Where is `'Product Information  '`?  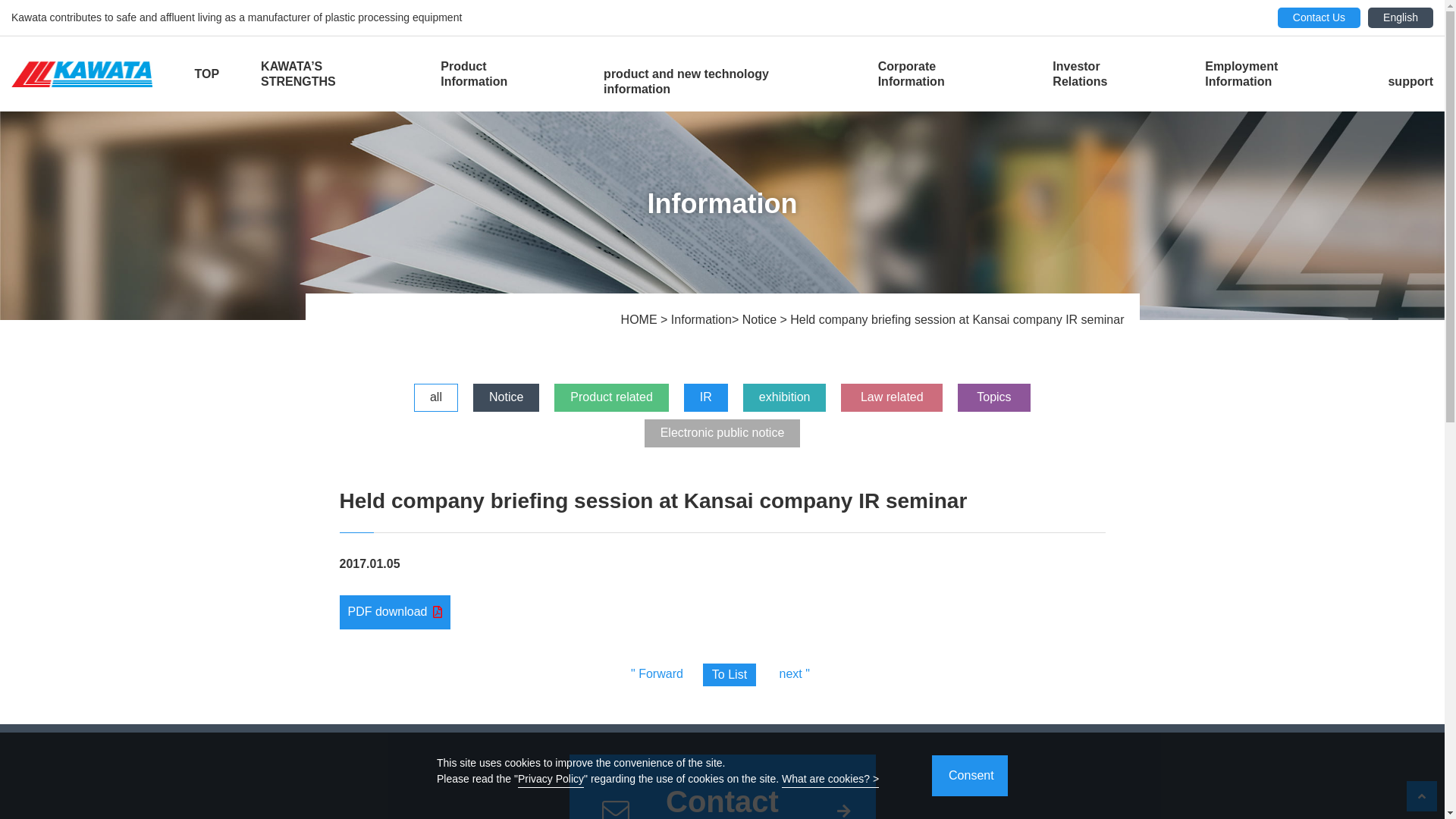 'Product Information  ' is located at coordinates (501, 74).